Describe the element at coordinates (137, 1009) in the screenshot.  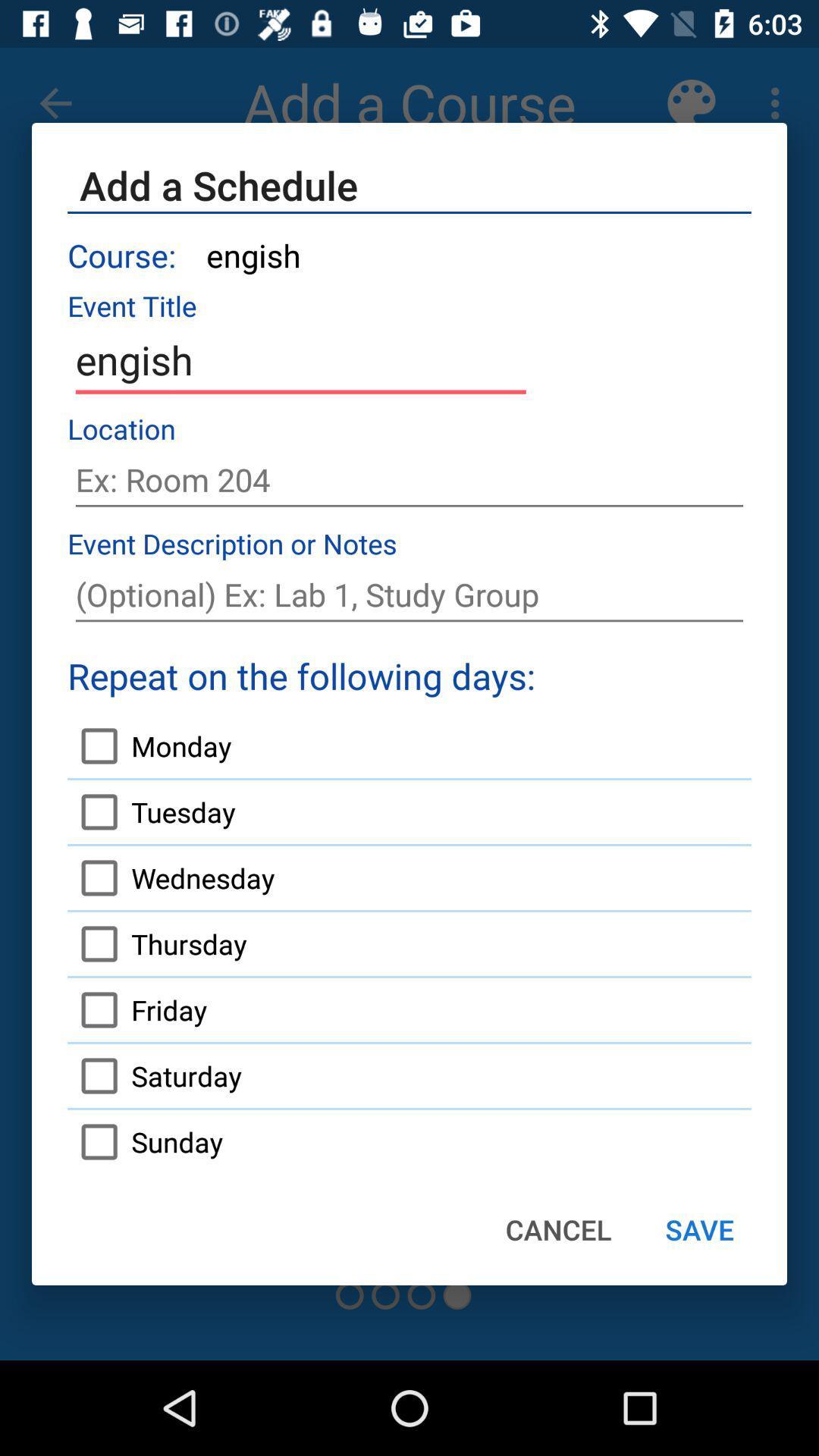
I see `friday item` at that location.